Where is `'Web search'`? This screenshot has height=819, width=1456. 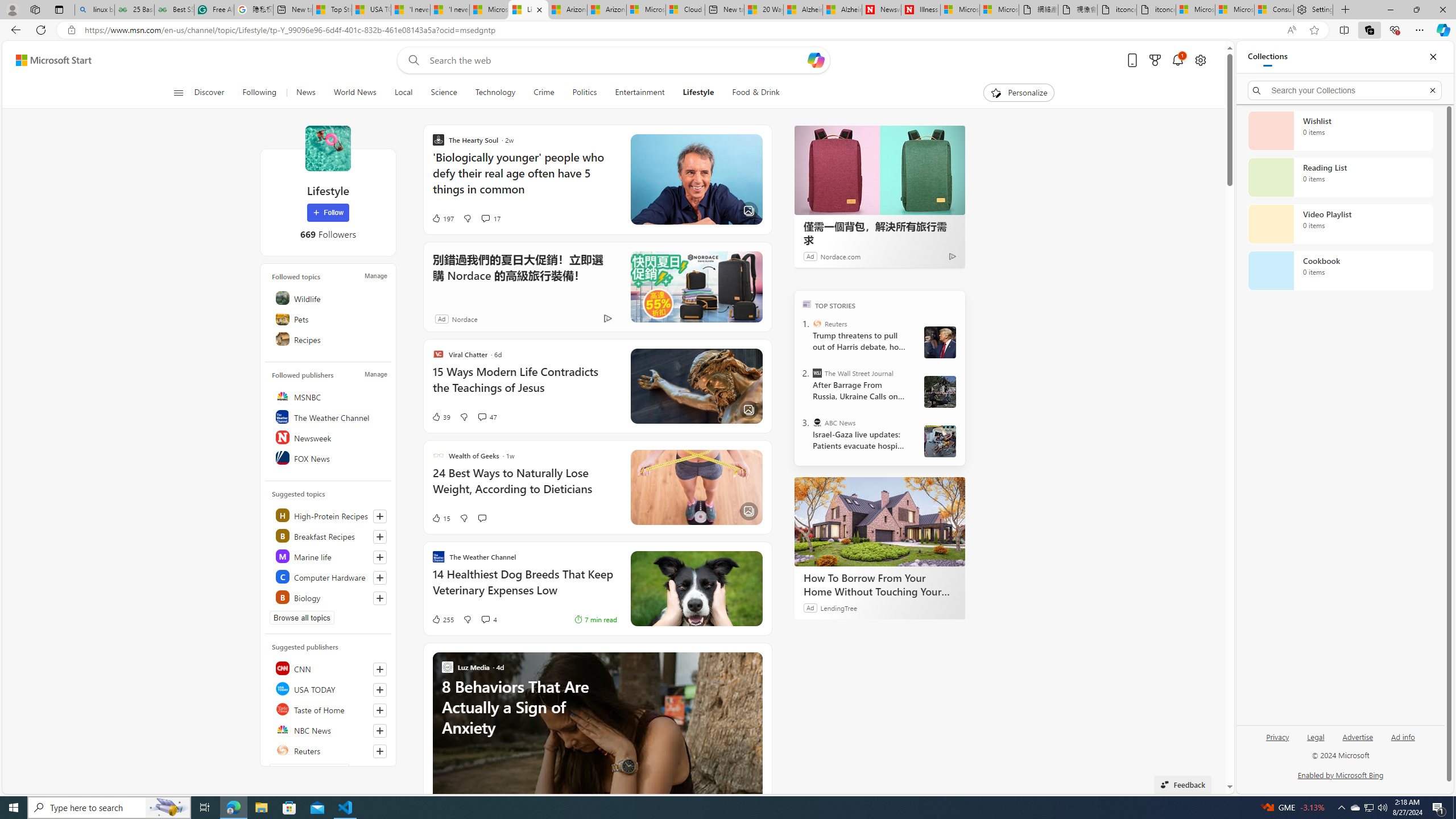
'Web search' is located at coordinates (411, 60).